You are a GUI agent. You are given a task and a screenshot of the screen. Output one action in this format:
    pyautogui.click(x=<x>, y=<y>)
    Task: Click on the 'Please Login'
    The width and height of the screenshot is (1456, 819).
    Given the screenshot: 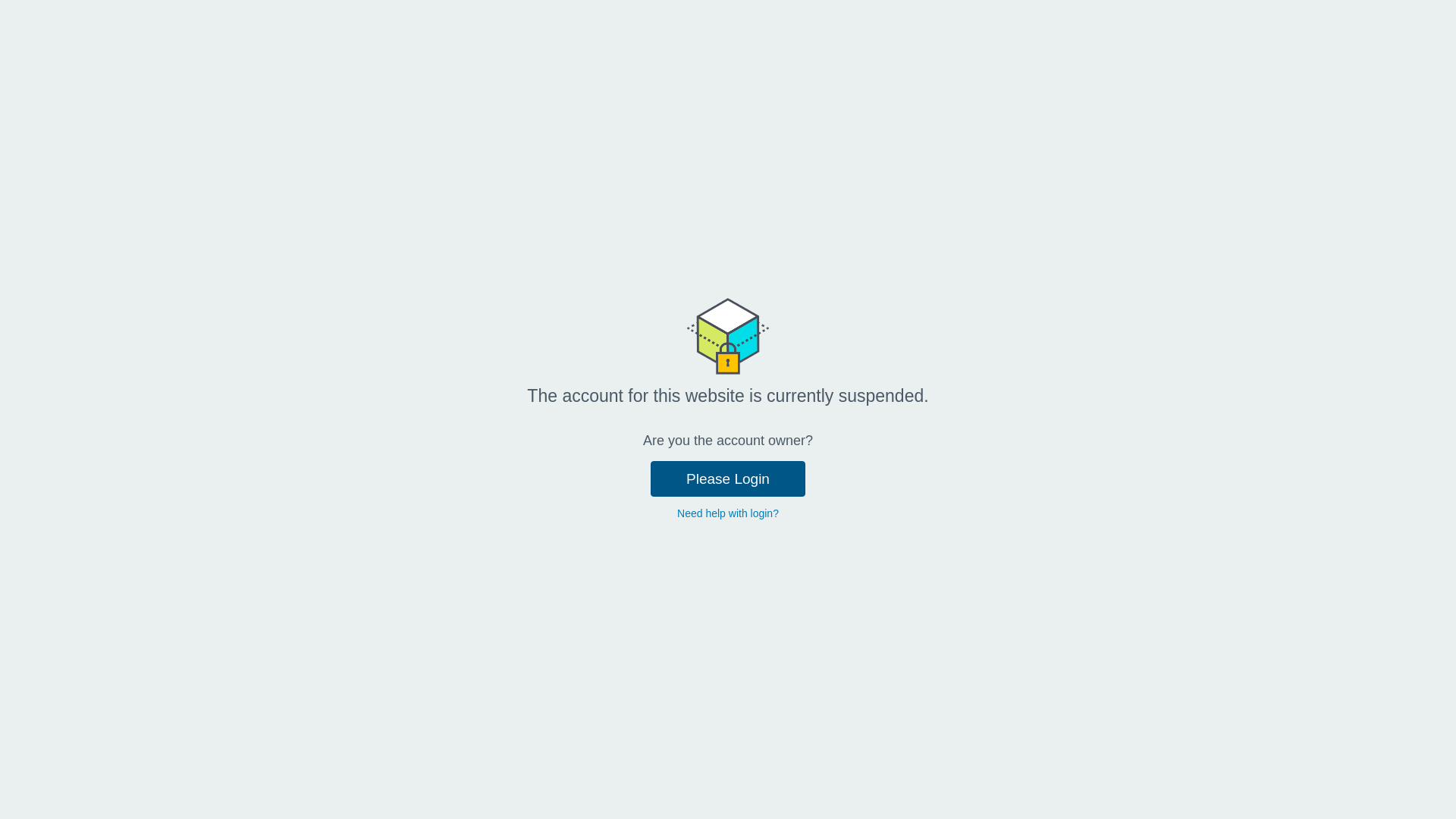 What is the action you would take?
    pyautogui.click(x=728, y=479)
    